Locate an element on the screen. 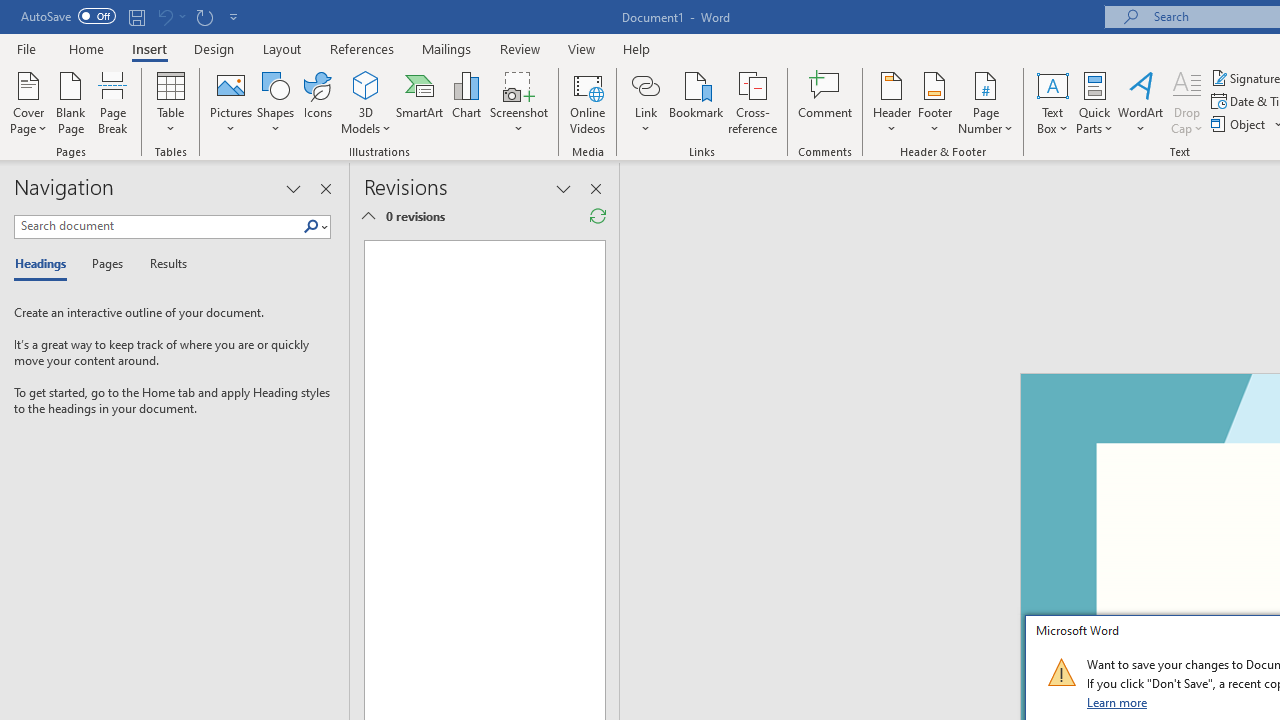 The image size is (1280, 720). 'Footer' is located at coordinates (934, 103).